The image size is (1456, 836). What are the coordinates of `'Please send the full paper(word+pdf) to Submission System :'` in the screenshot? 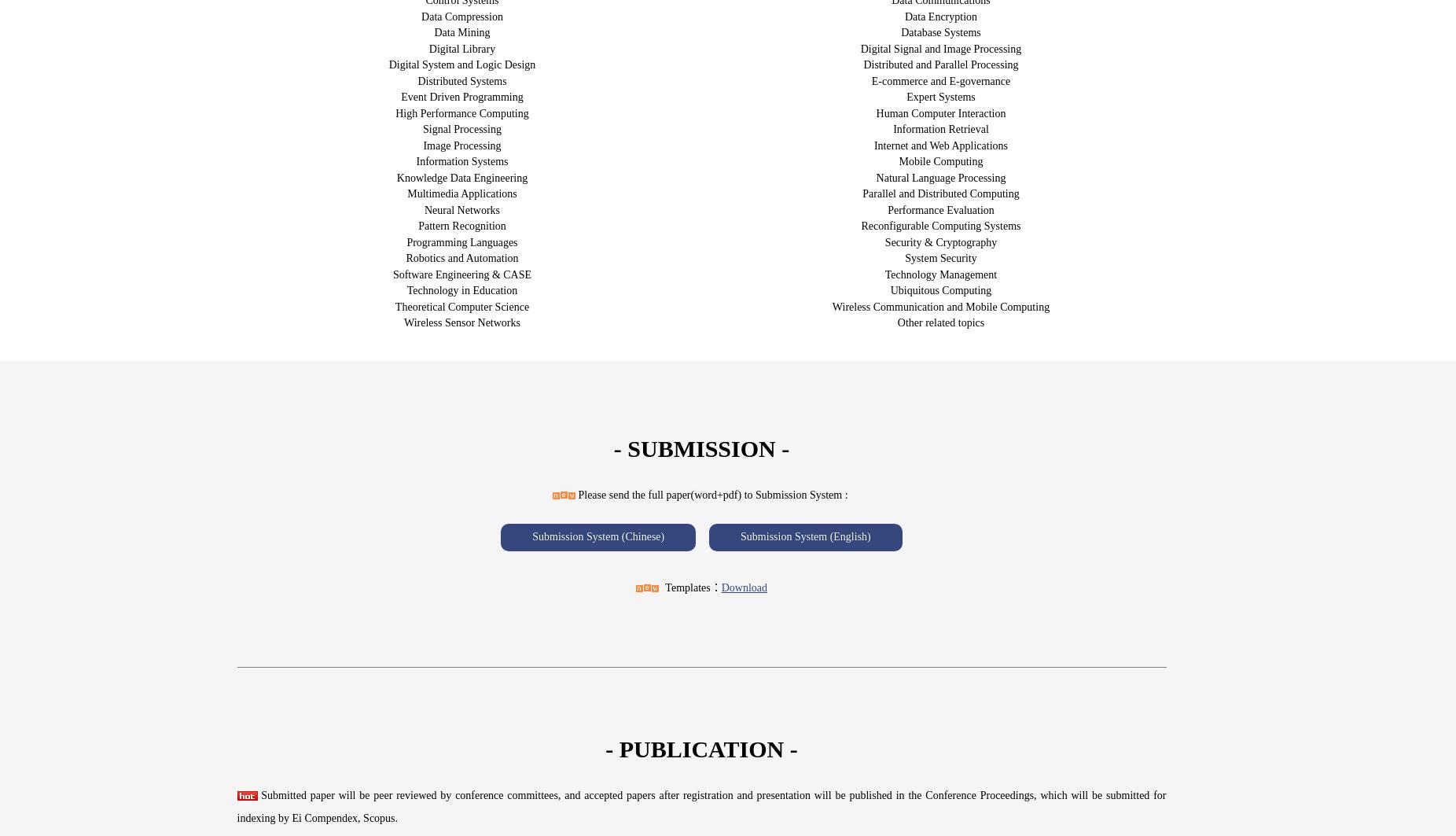 It's located at (712, 493).